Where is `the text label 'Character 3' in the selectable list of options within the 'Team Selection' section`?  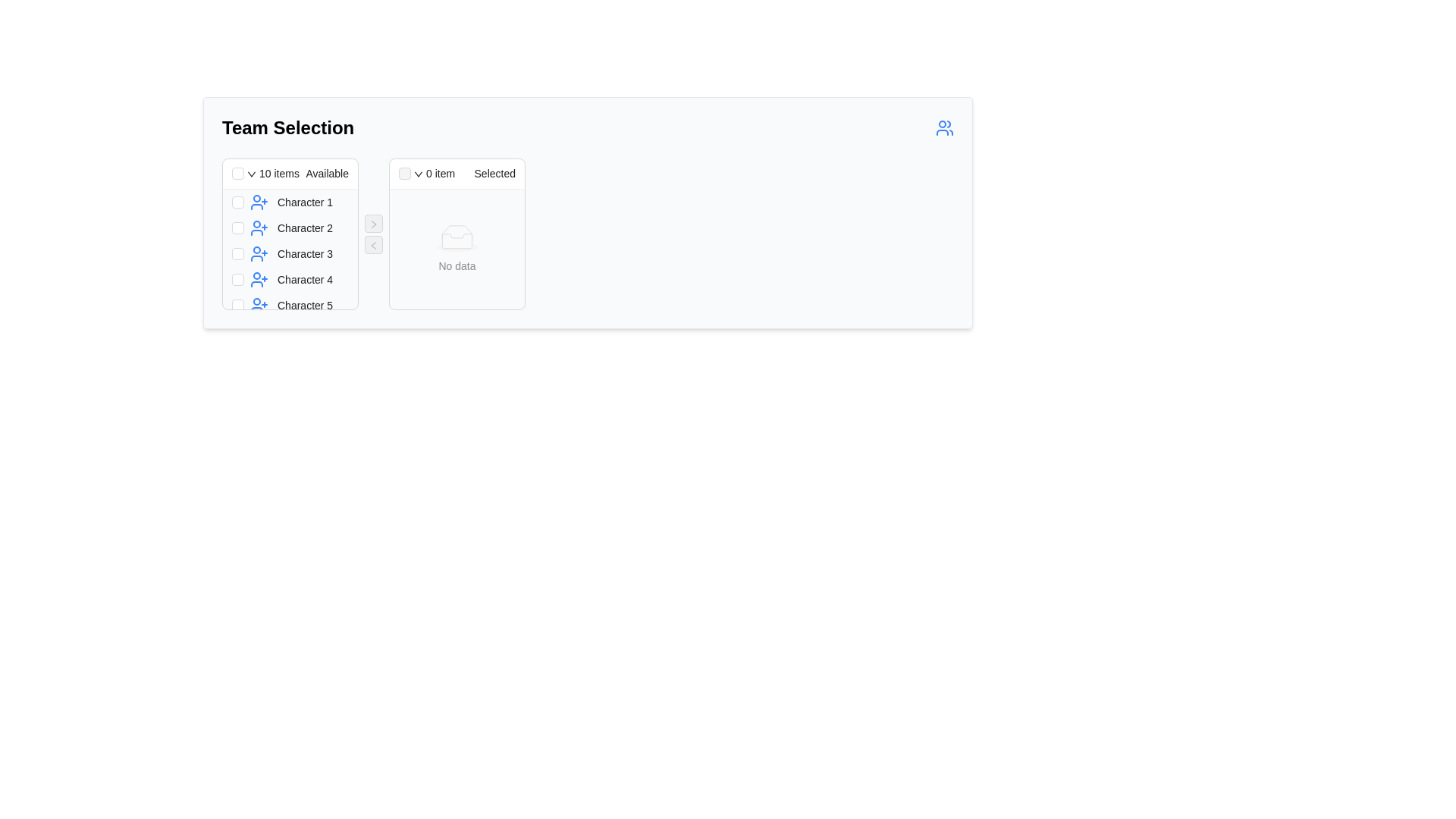 the text label 'Character 3' in the selectable list of options within the 'Team Selection' section is located at coordinates (299, 253).